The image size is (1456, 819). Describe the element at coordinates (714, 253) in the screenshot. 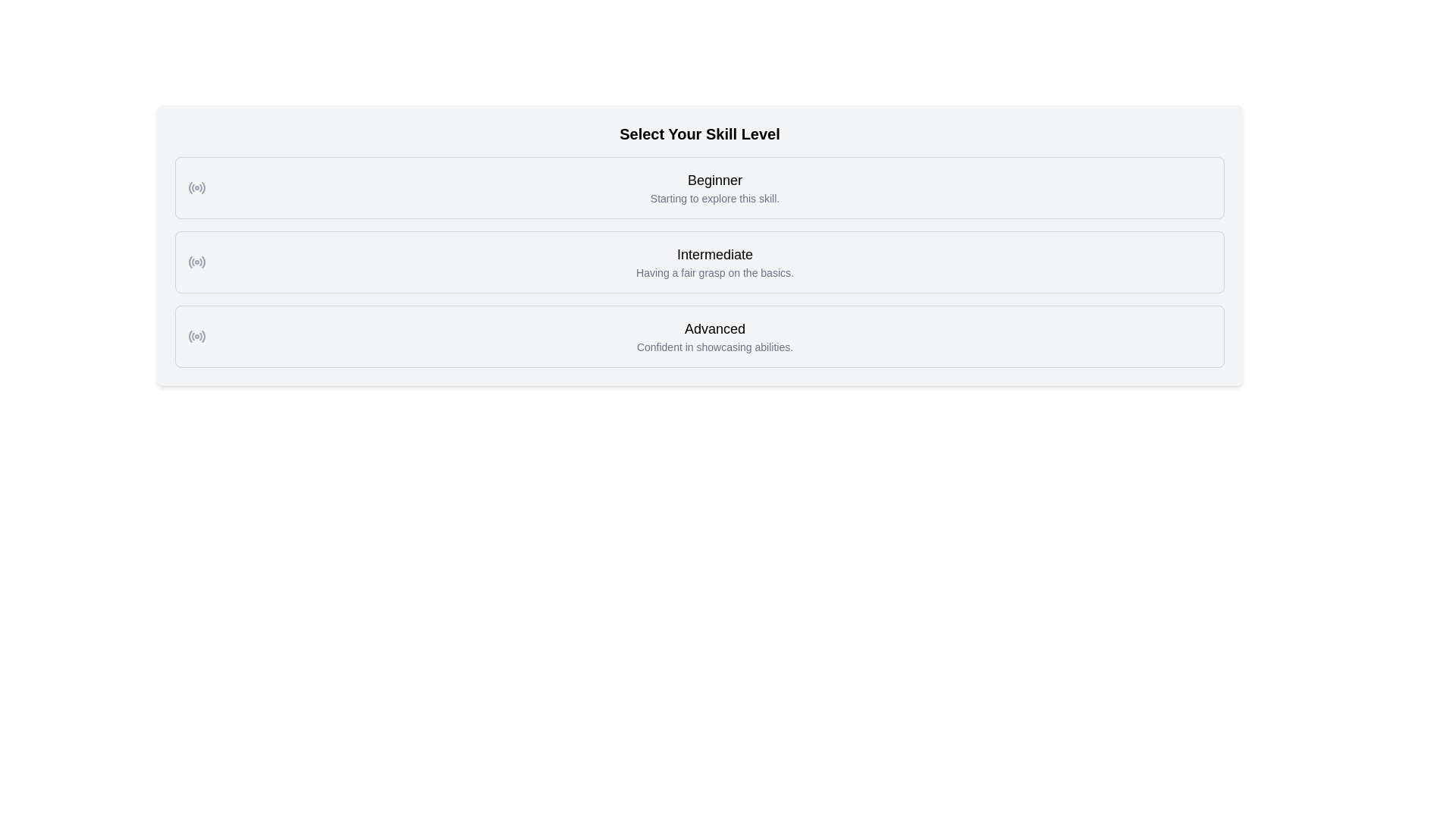

I see `text label representing the title of the intermediate skill level option in the skill selection menu, located above the descriptive text` at that location.